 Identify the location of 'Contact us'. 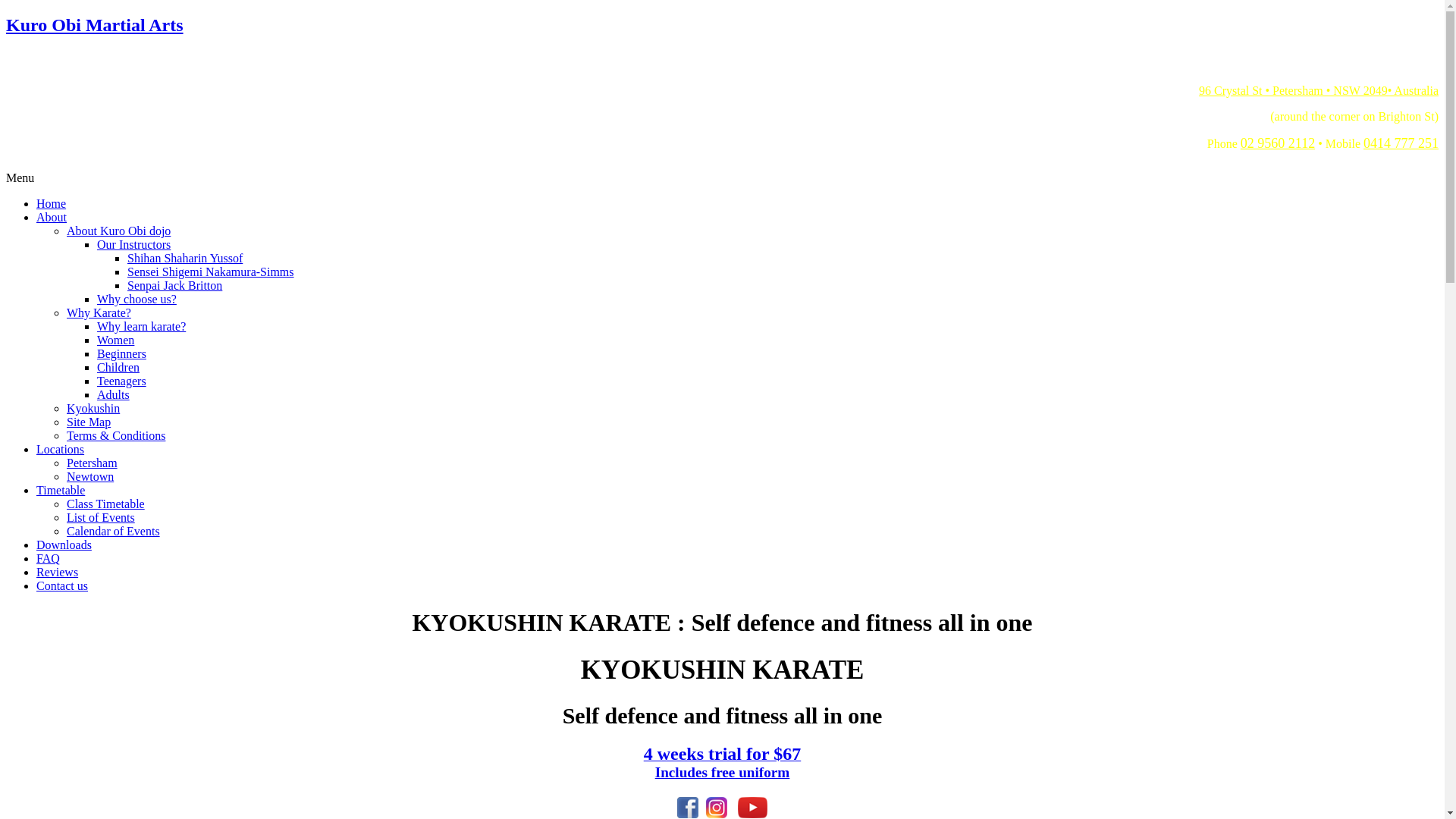
(61, 585).